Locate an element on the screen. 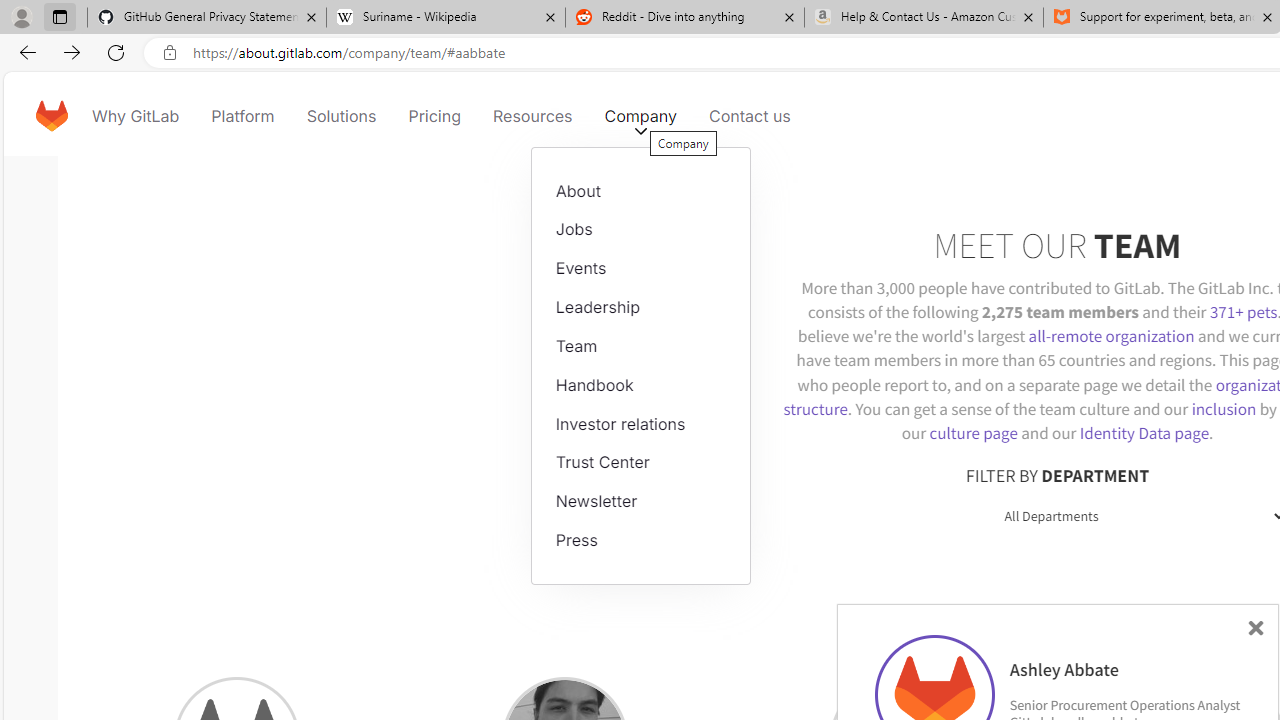  'inclusion' is located at coordinates (1222, 407).